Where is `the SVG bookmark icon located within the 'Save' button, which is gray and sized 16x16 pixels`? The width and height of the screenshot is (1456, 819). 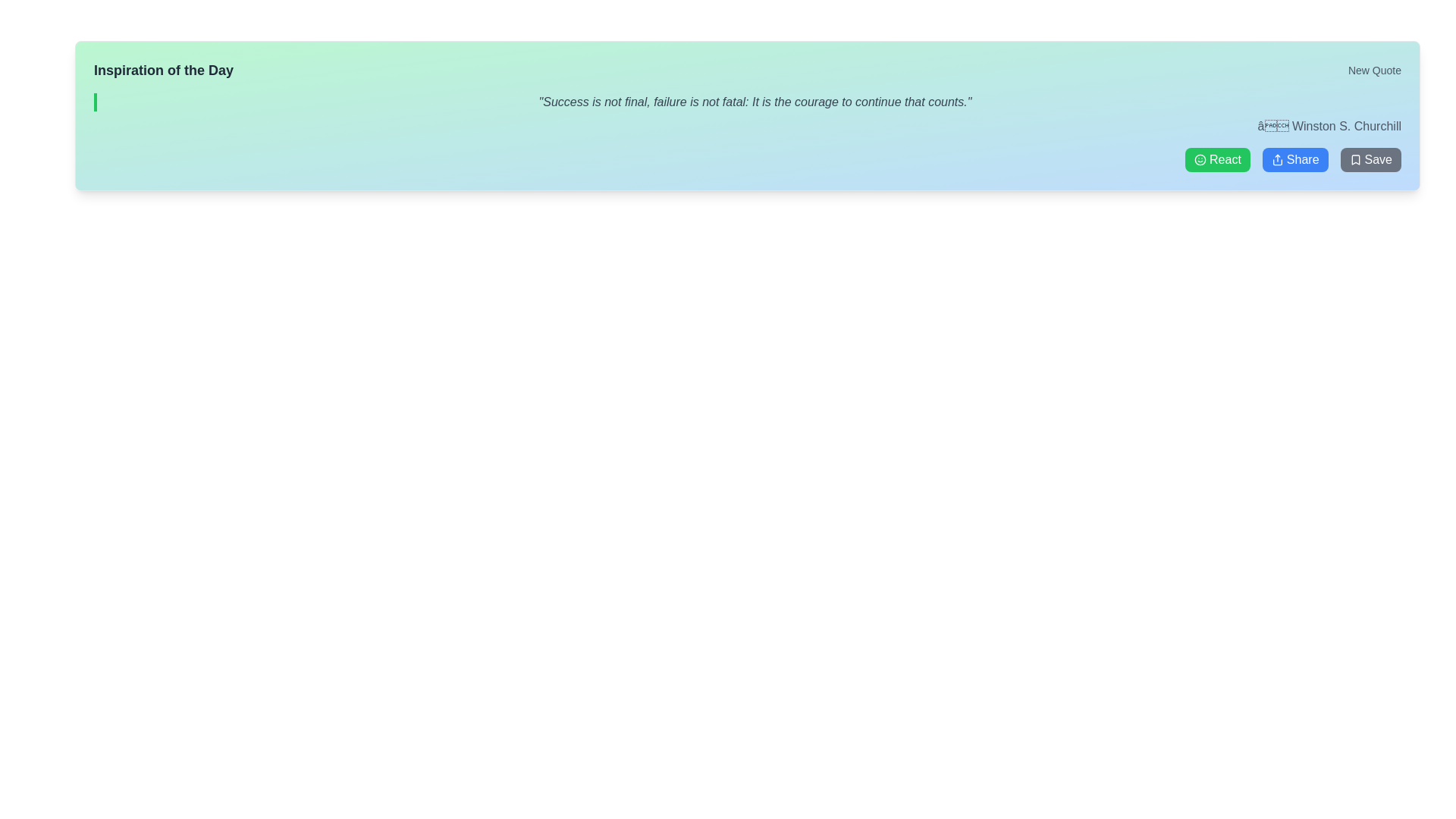
the SVG bookmark icon located within the 'Save' button, which is gray and sized 16x16 pixels is located at coordinates (1355, 160).